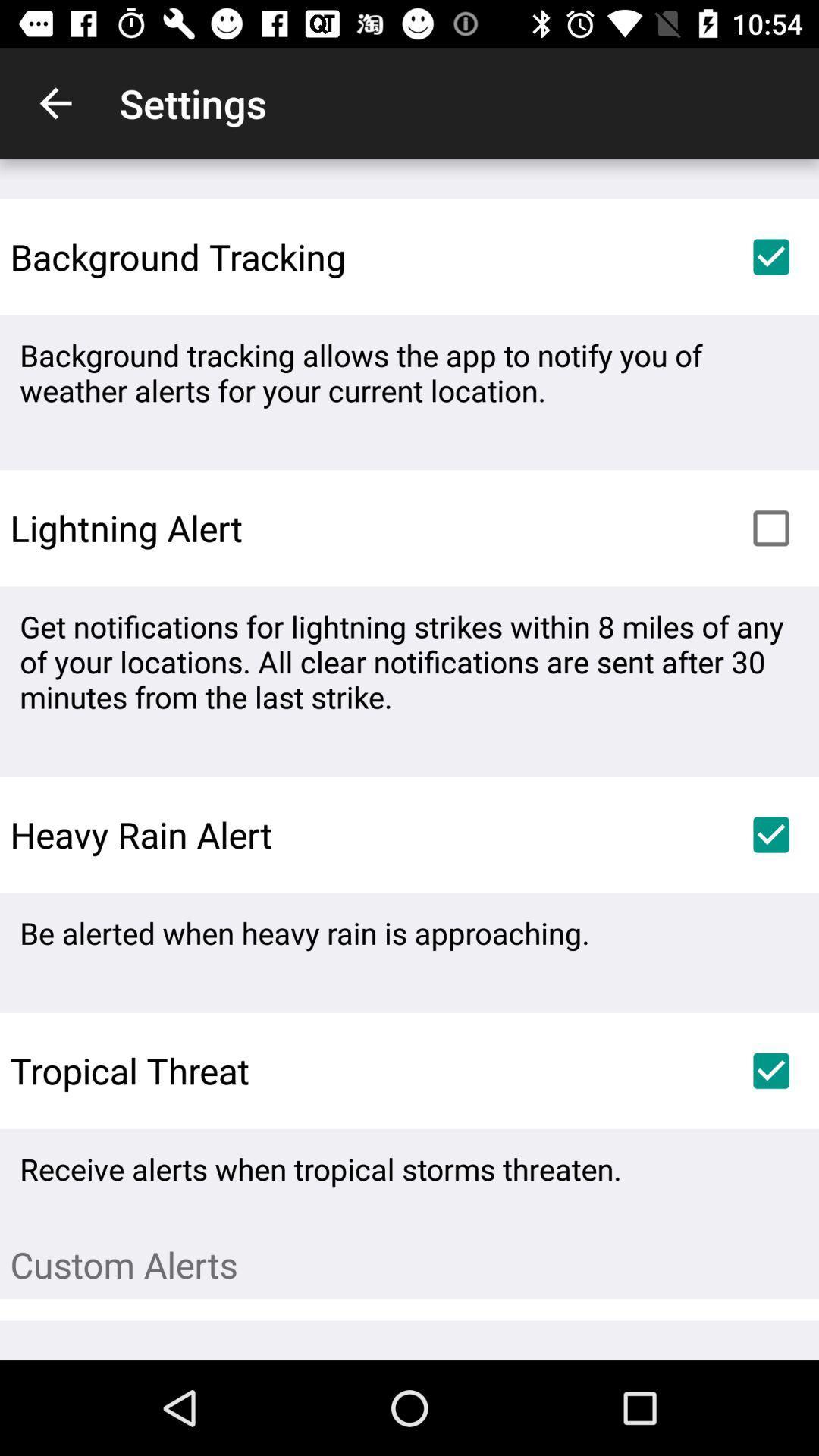  I want to click on item below the custom alerts item, so click(771, 1340).